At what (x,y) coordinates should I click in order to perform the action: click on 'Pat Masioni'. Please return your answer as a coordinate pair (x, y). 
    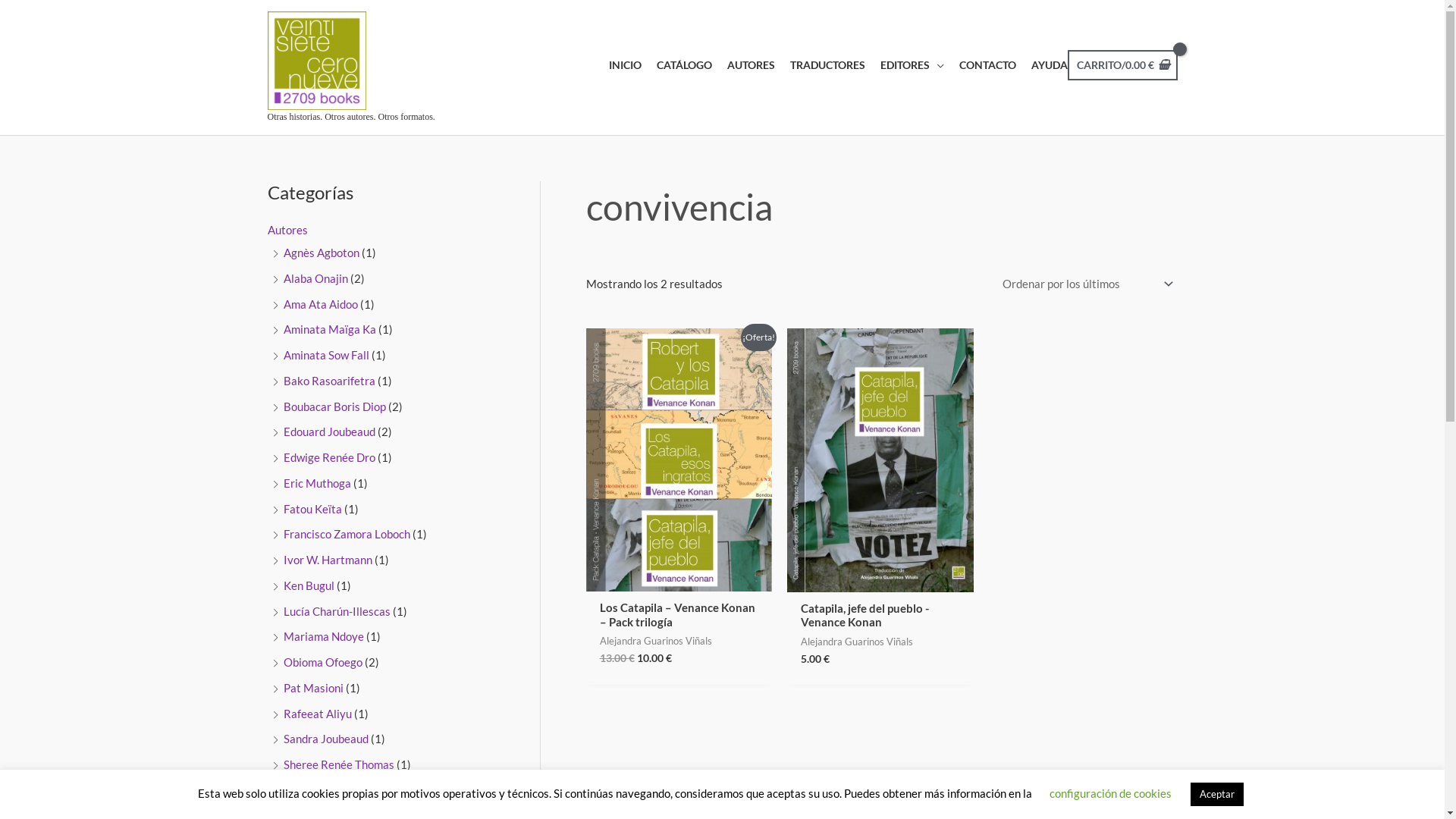
    Looking at the image, I should click on (312, 687).